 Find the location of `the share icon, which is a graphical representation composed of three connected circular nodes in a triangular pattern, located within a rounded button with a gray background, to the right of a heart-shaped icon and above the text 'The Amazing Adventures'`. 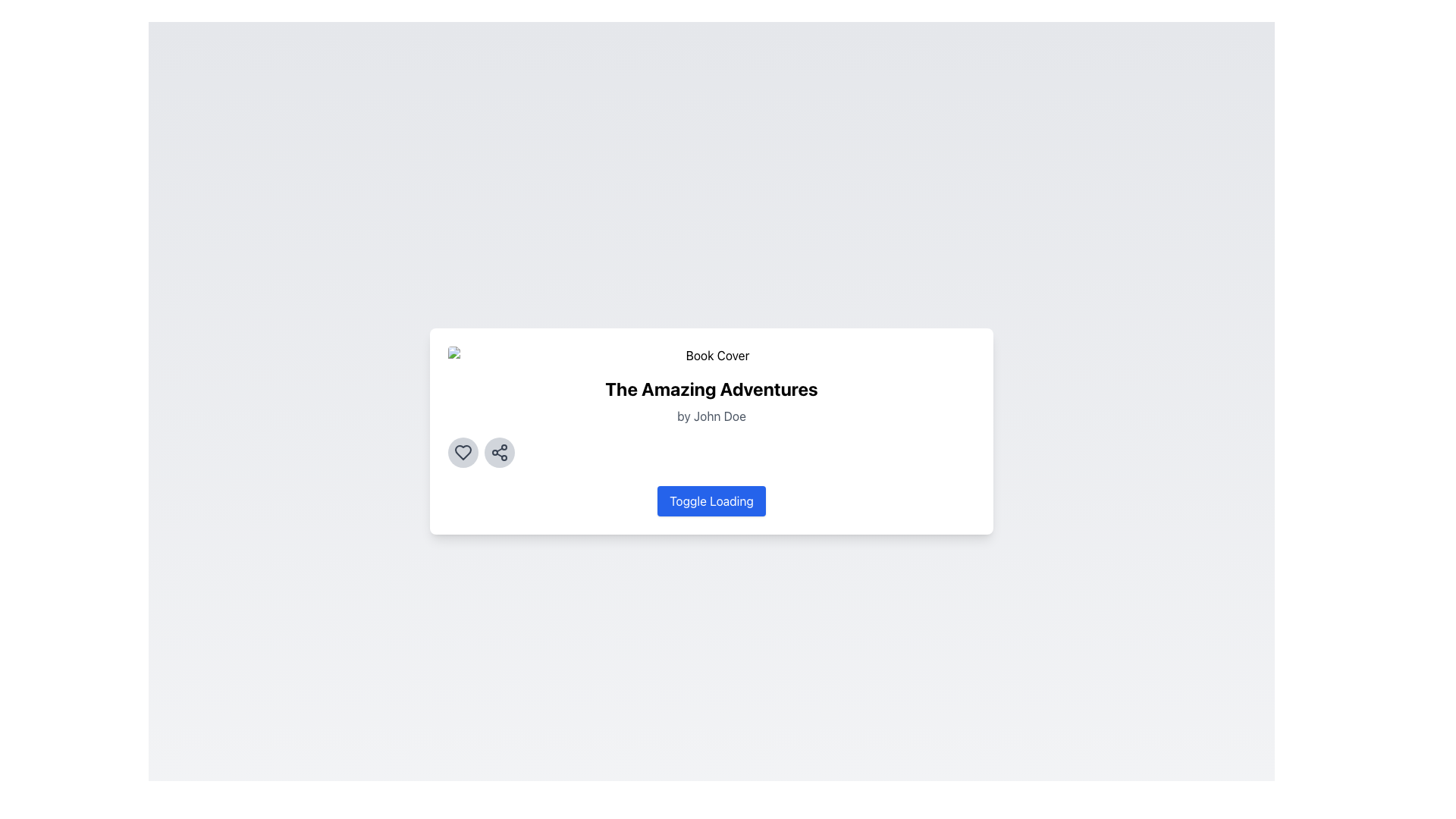

the share icon, which is a graphical representation composed of three connected circular nodes in a triangular pattern, located within a rounded button with a gray background, to the right of a heart-shaped icon and above the text 'The Amazing Adventures' is located at coordinates (500, 452).